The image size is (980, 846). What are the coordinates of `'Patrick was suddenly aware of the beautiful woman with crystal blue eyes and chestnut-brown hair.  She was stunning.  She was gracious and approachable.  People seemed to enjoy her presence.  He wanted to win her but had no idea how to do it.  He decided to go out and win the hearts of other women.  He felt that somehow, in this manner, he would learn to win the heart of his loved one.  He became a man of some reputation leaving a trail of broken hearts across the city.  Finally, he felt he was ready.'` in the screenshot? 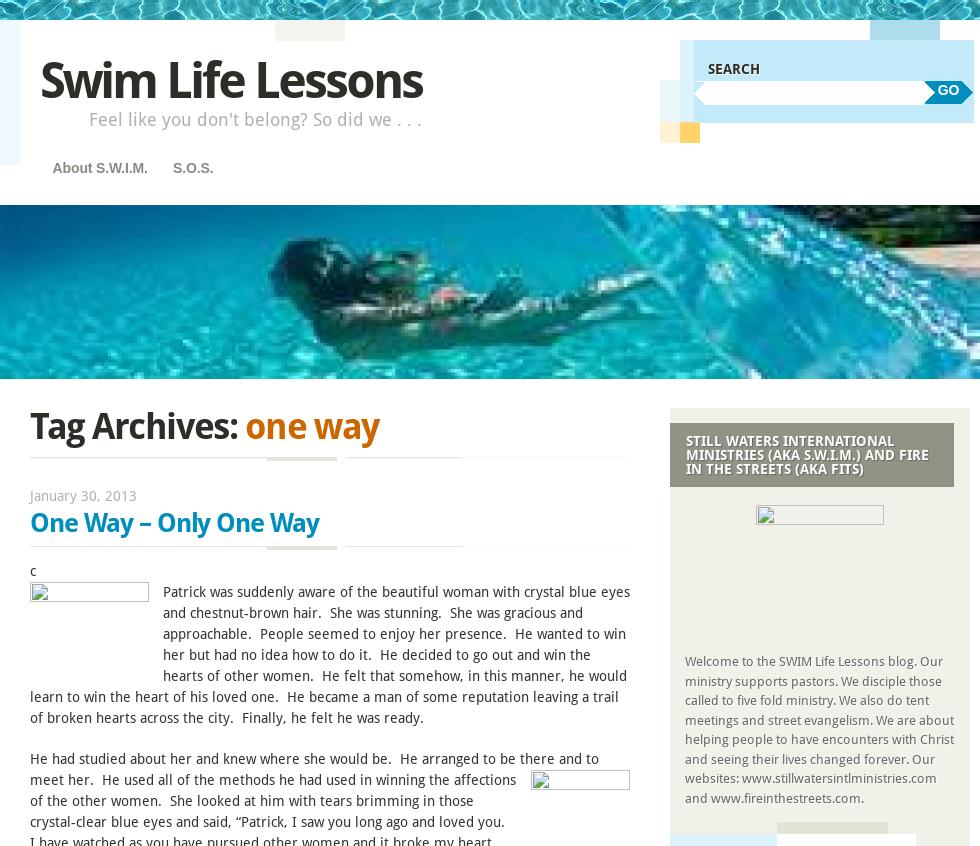 It's located at (329, 654).